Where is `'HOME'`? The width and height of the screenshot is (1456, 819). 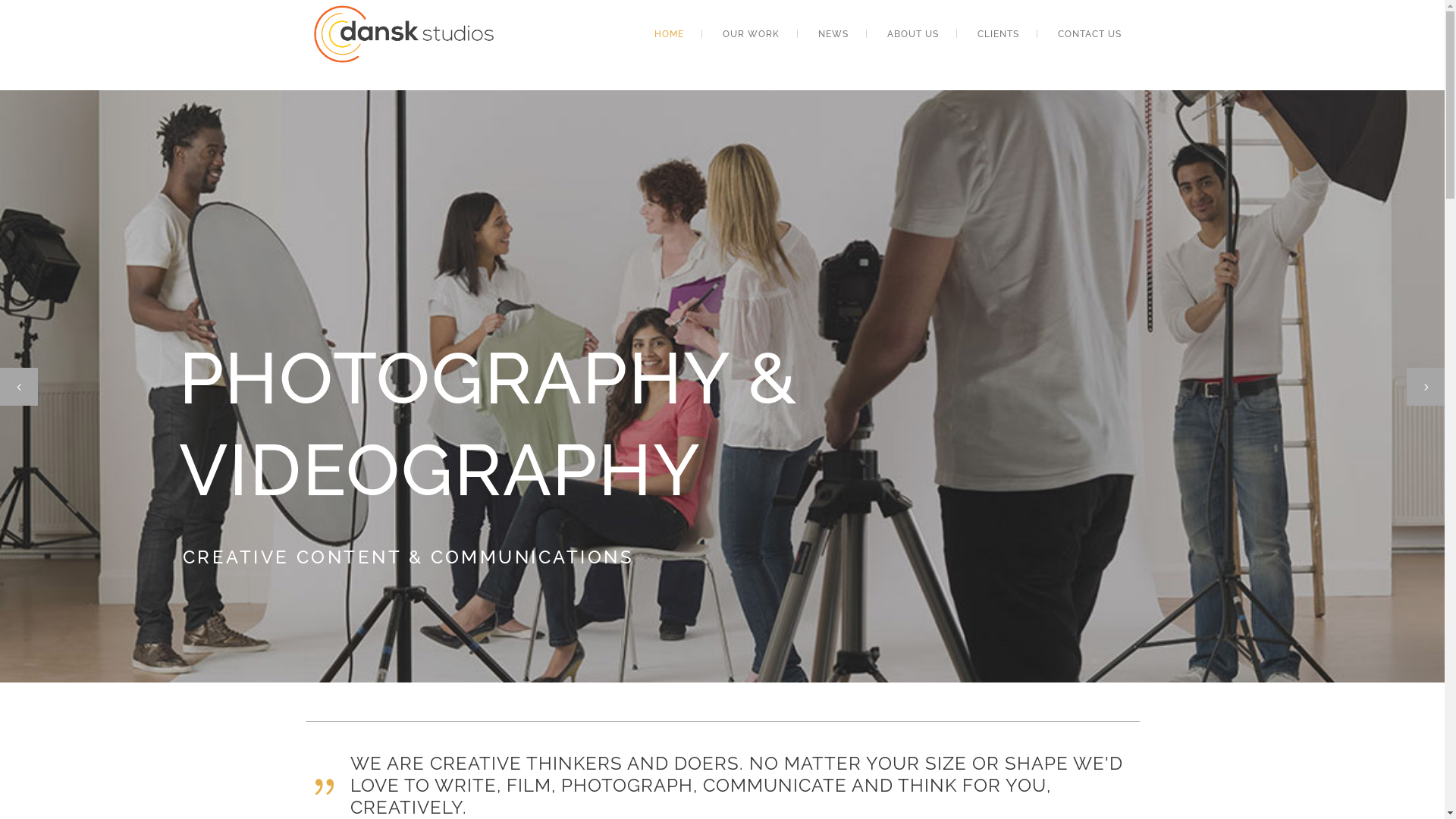 'HOME' is located at coordinates (667, 34).